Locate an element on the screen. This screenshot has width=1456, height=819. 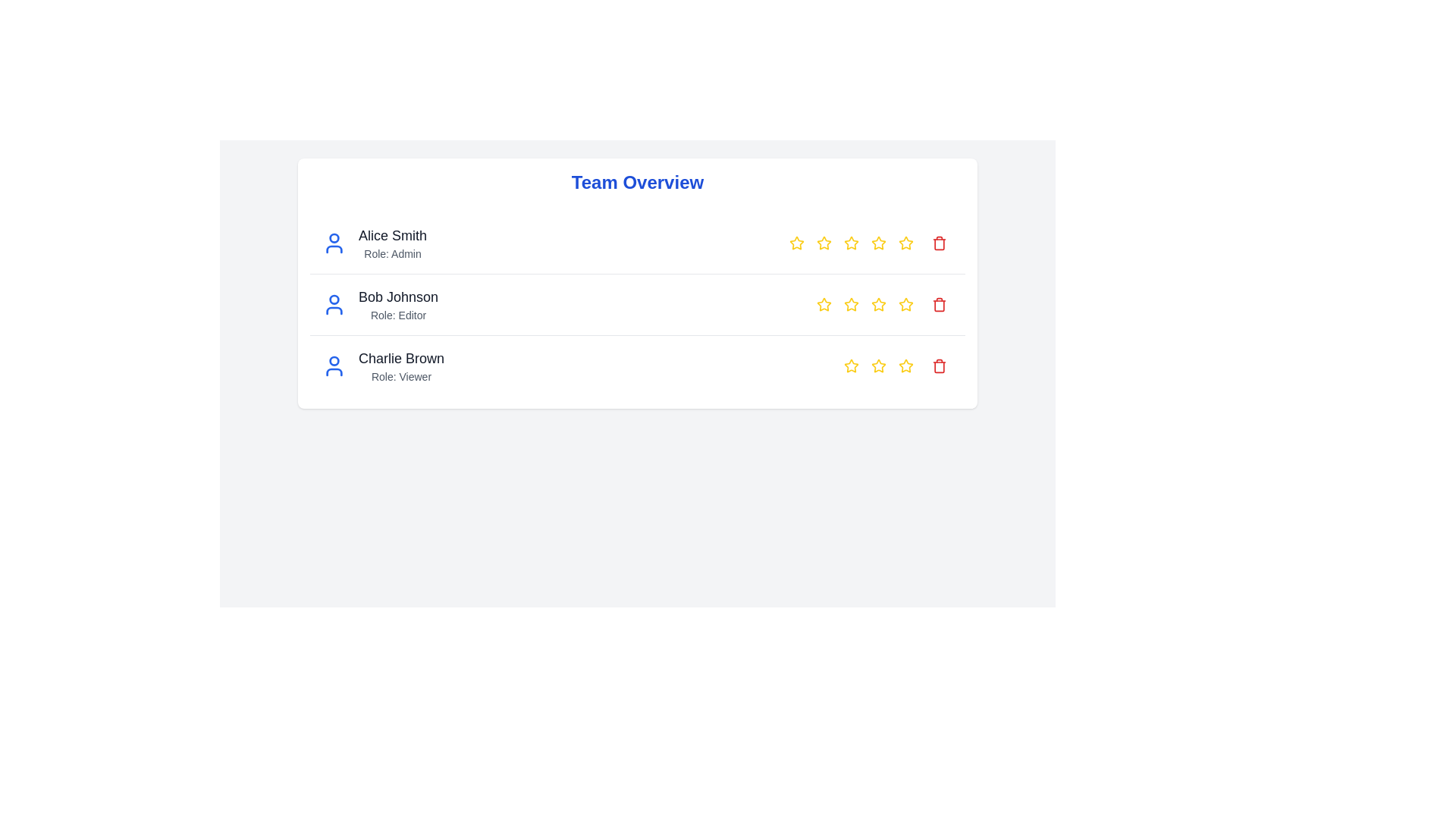
the third star is located at coordinates (851, 242).